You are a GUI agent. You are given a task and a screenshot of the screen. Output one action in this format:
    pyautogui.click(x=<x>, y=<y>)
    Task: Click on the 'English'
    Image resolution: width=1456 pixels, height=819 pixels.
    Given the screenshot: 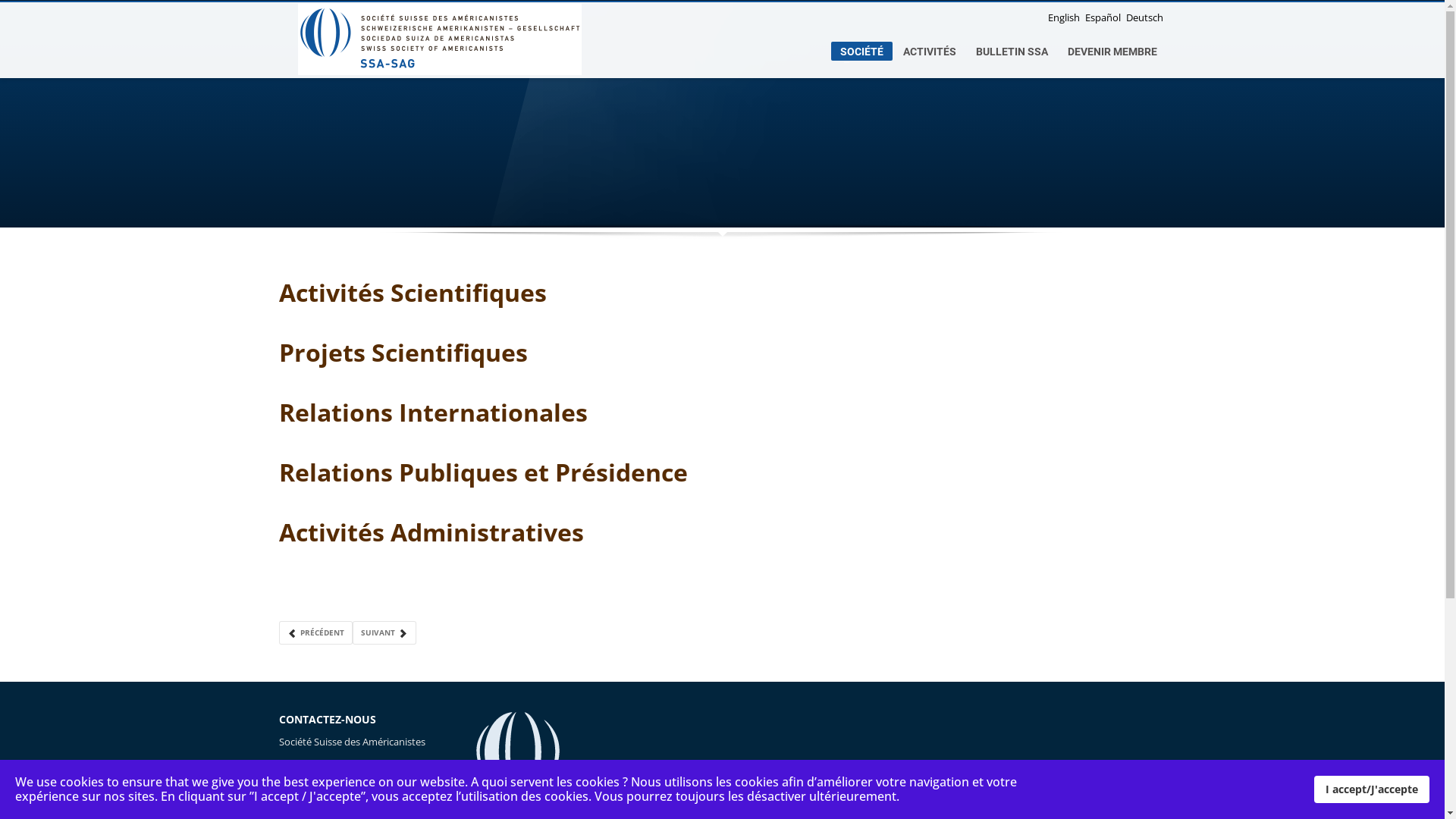 What is the action you would take?
    pyautogui.click(x=1064, y=17)
    